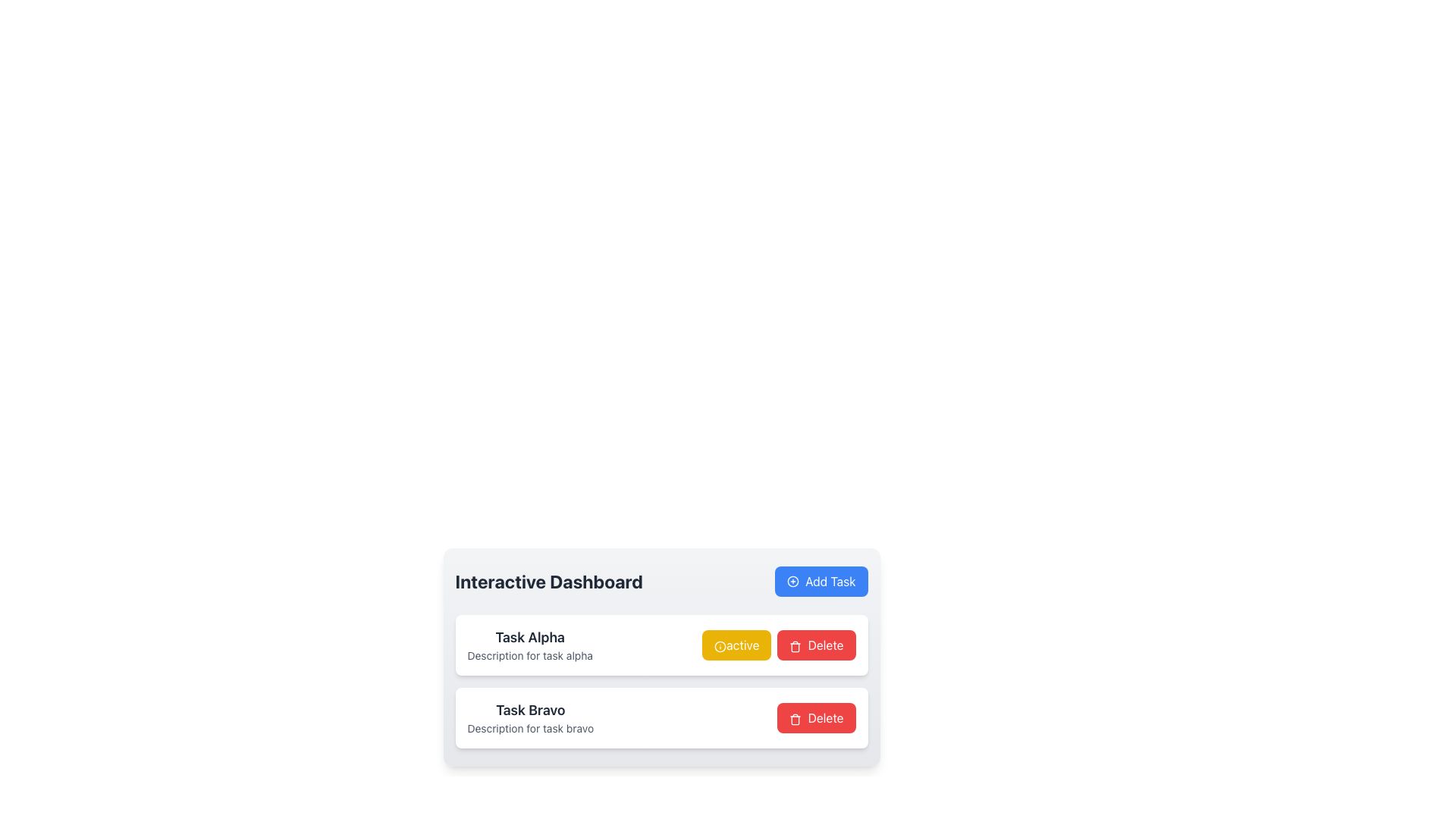  Describe the element at coordinates (730, 717) in the screenshot. I see `the 'pending' status button located in the second task row labeled 'Task Bravo', positioned` at that location.